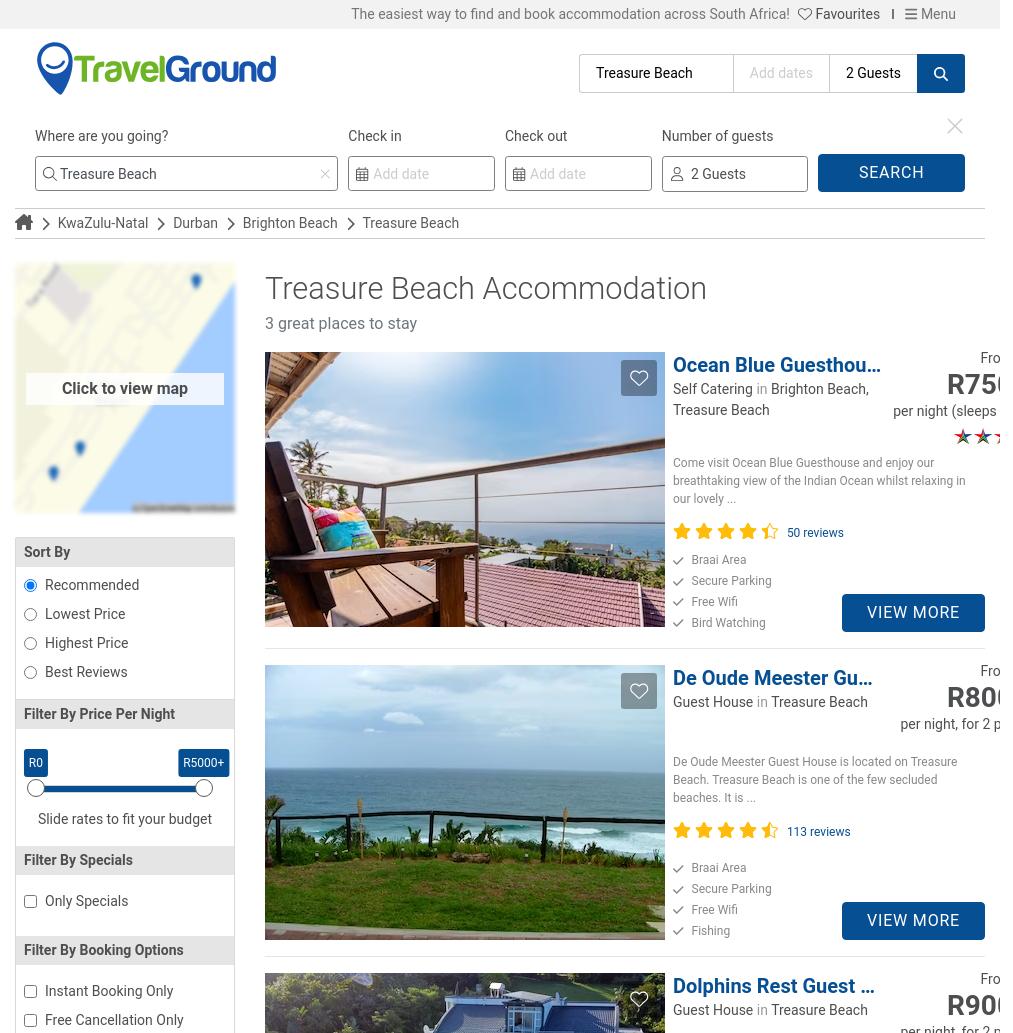 This screenshot has width=1013, height=1033. Describe the element at coordinates (83, 613) in the screenshot. I see `'Lowest Price'` at that location.